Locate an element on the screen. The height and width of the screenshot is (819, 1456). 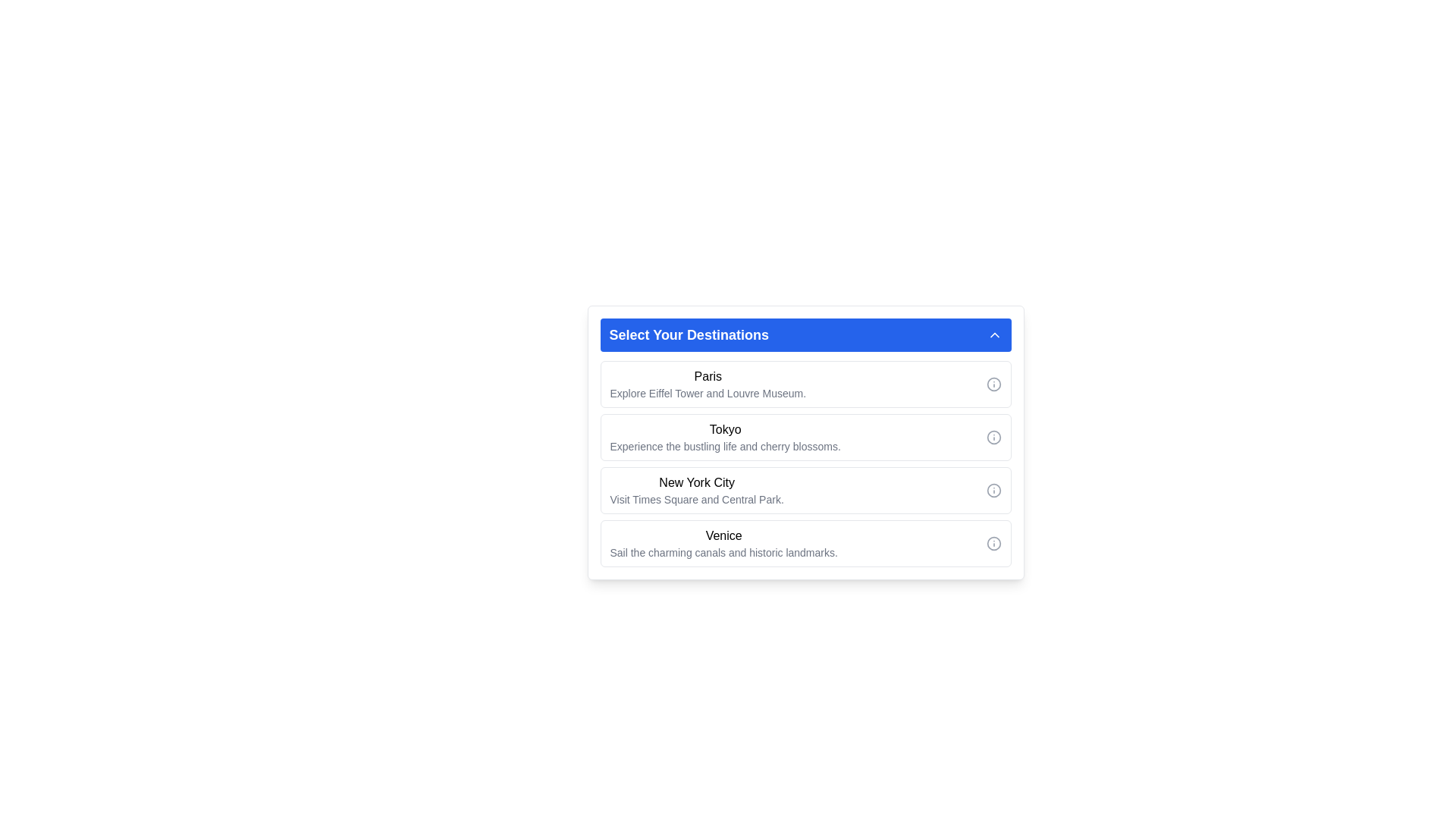
the information icon, which is a gray circular design with a lowercase 'i' in the center, located at the far right of the 'New York City' item in the destination list, adjacent to the description text 'Visit Times Square and Central Park' is located at coordinates (993, 491).